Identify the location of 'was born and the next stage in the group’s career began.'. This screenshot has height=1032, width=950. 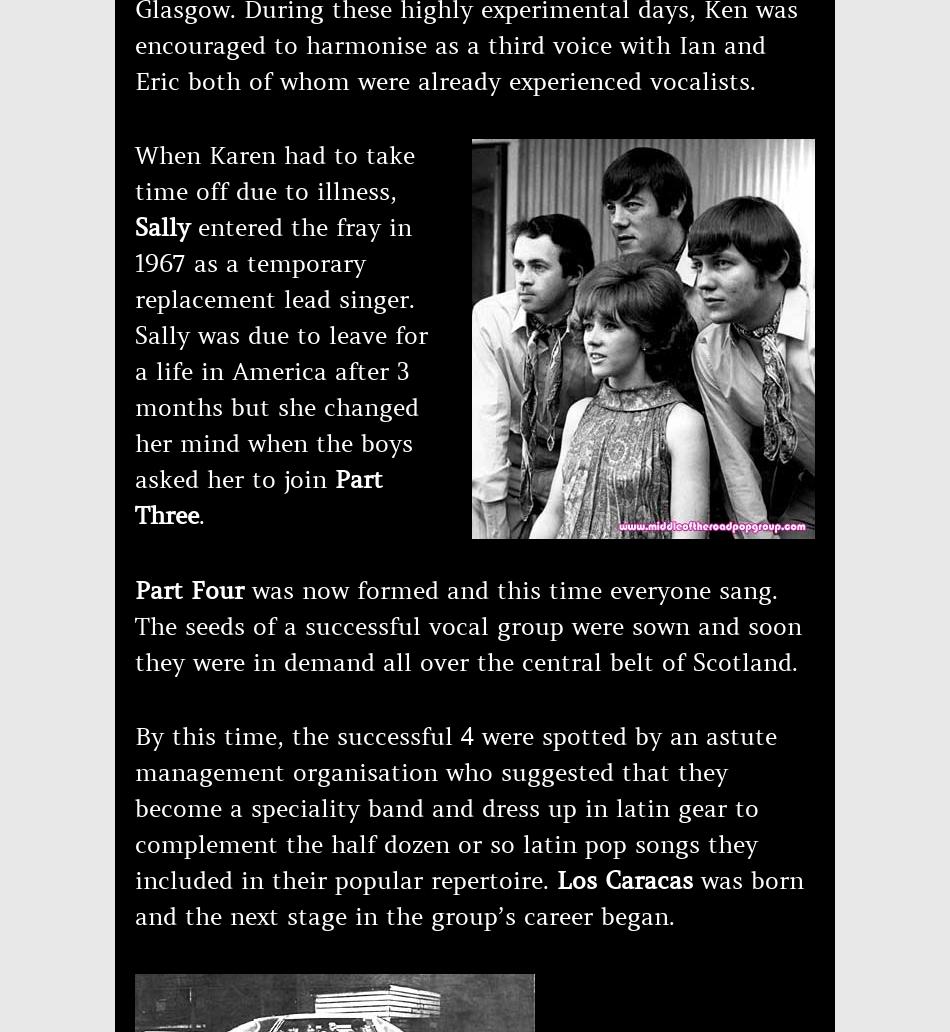
(468, 899).